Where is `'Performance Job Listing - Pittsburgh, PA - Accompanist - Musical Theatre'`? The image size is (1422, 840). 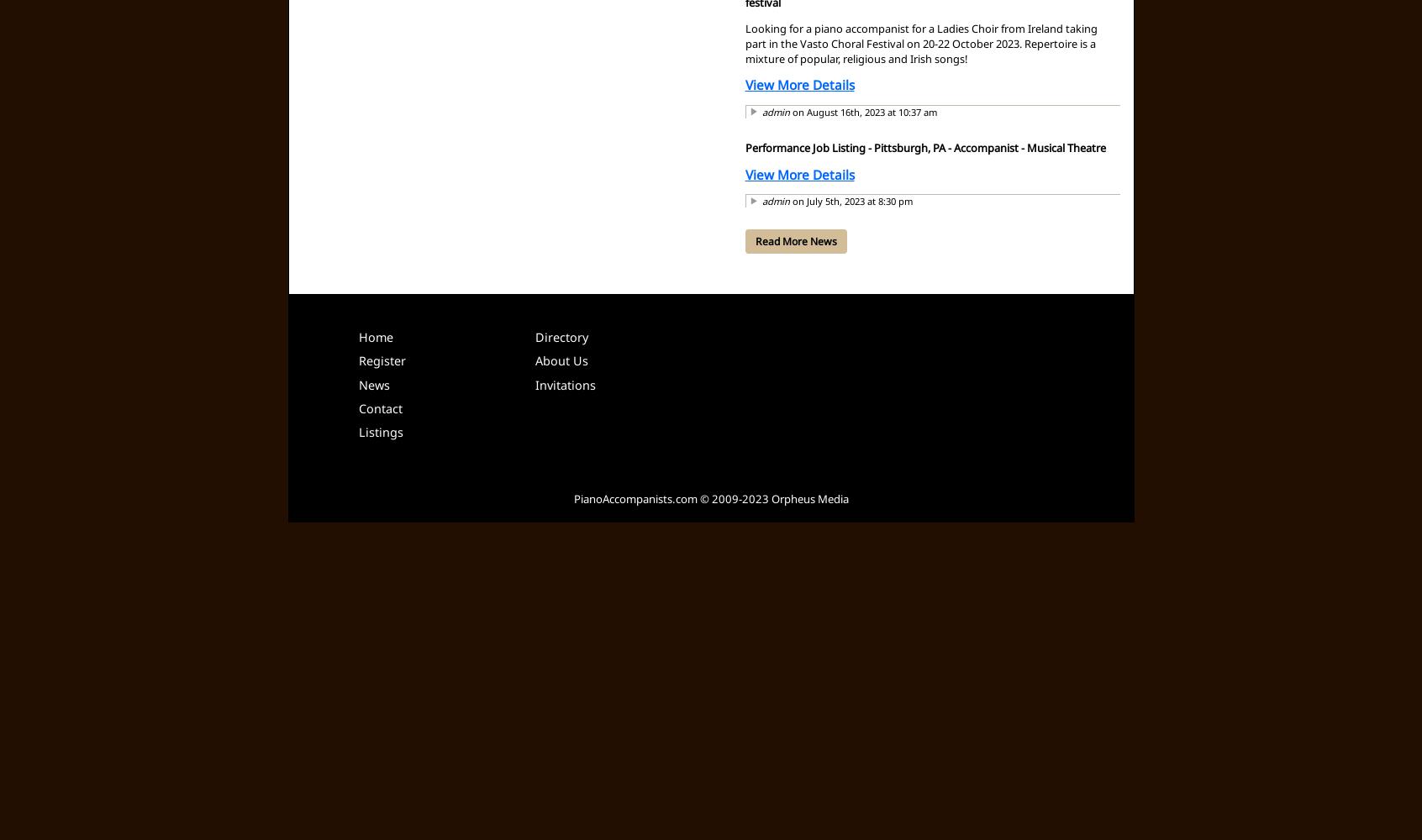
'Performance Job Listing - Pittsburgh, PA - Accompanist - Musical Theatre' is located at coordinates (743, 147).